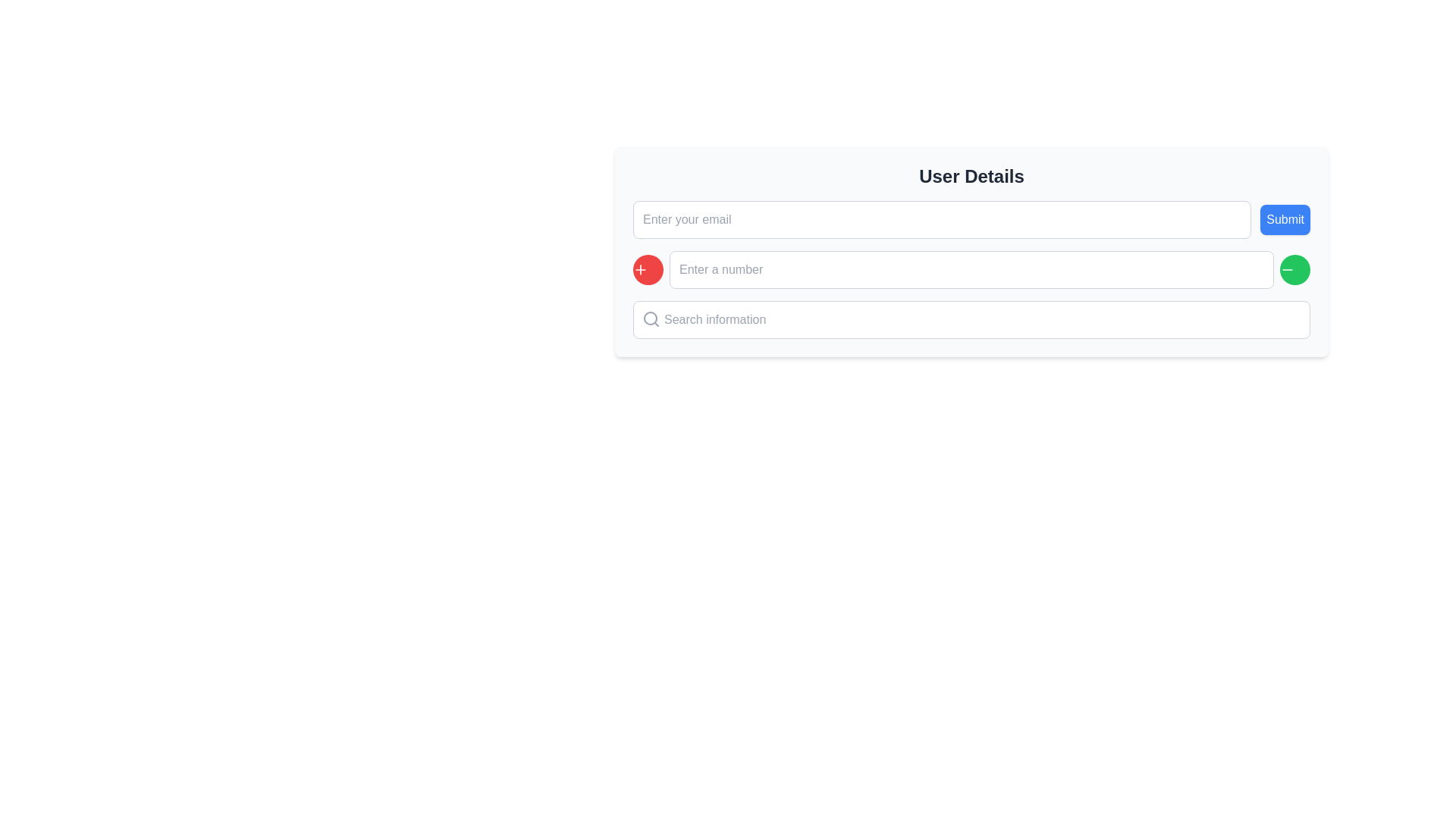 This screenshot has width=1456, height=819. I want to click on the email address input field to focus on it, so click(941, 219).